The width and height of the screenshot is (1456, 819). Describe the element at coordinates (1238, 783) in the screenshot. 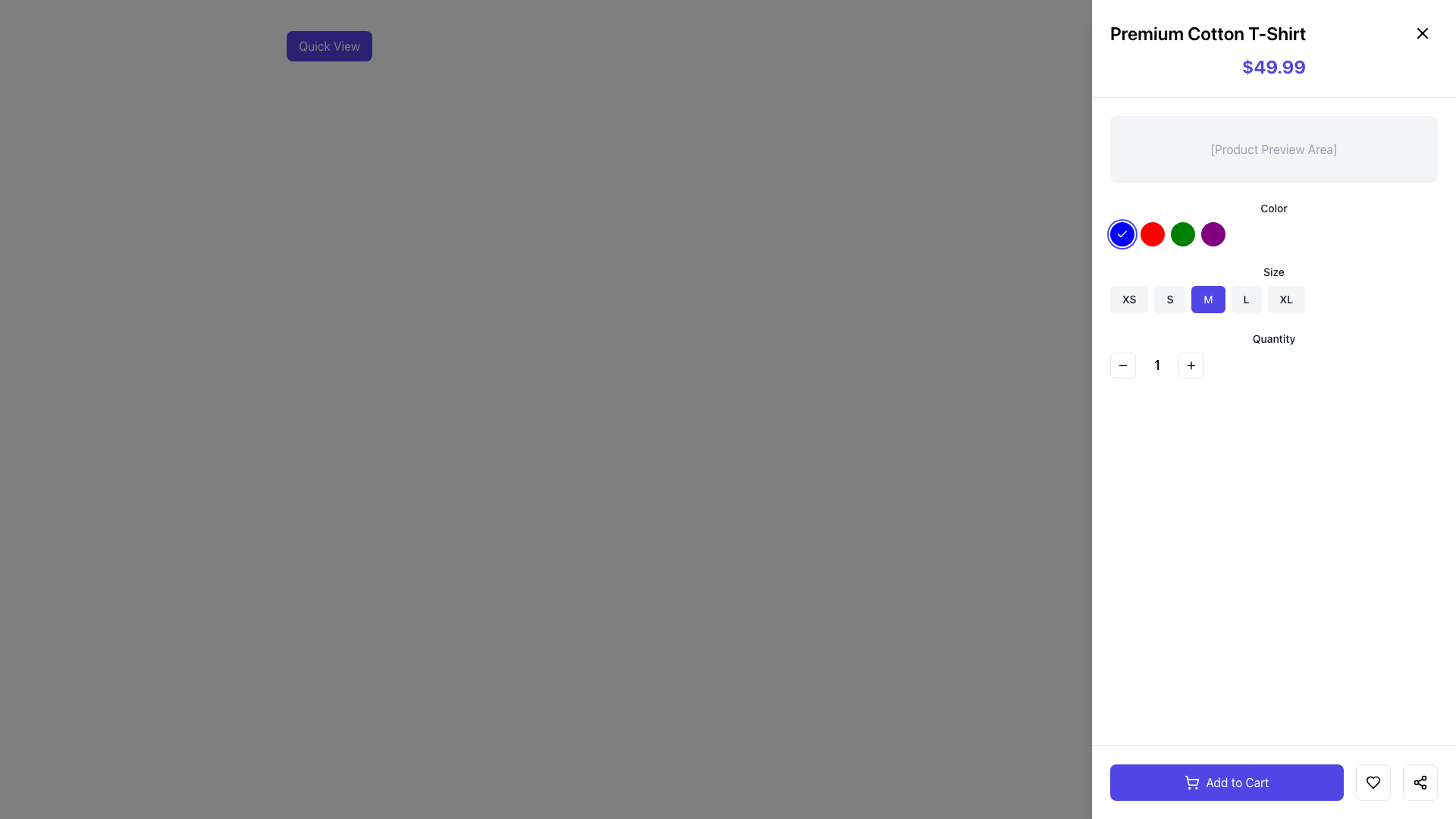

I see `the 'Add to Cart' text label displayed on a blue button` at that location.